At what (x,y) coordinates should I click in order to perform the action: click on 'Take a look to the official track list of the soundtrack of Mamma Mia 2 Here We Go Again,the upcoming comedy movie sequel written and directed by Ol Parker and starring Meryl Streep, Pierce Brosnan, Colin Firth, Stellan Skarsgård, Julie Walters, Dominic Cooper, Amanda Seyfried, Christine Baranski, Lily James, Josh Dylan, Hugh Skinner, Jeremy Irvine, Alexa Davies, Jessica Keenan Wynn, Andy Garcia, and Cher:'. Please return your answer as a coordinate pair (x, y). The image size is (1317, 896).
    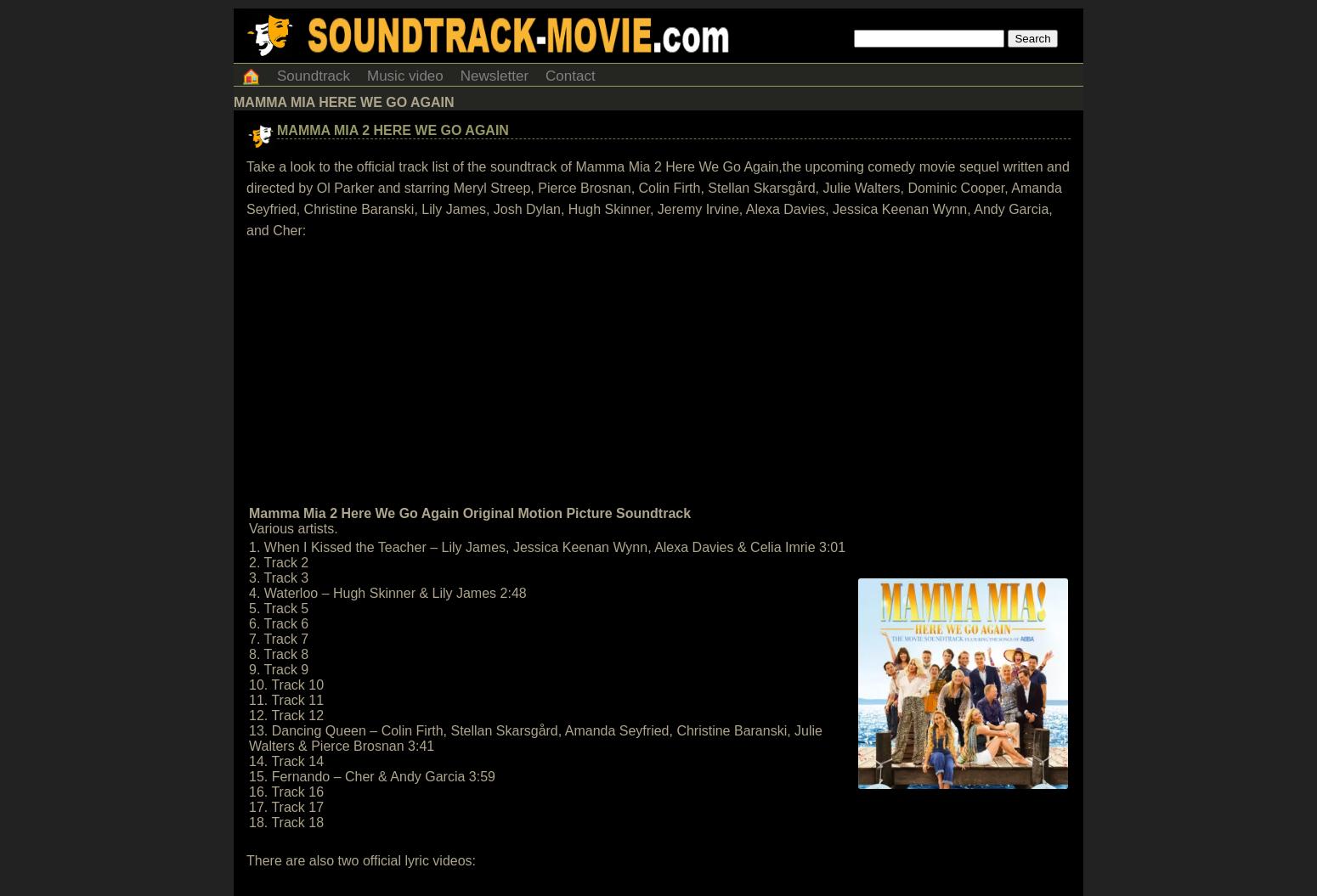
    Looking at the image, I should click on (658, 197).